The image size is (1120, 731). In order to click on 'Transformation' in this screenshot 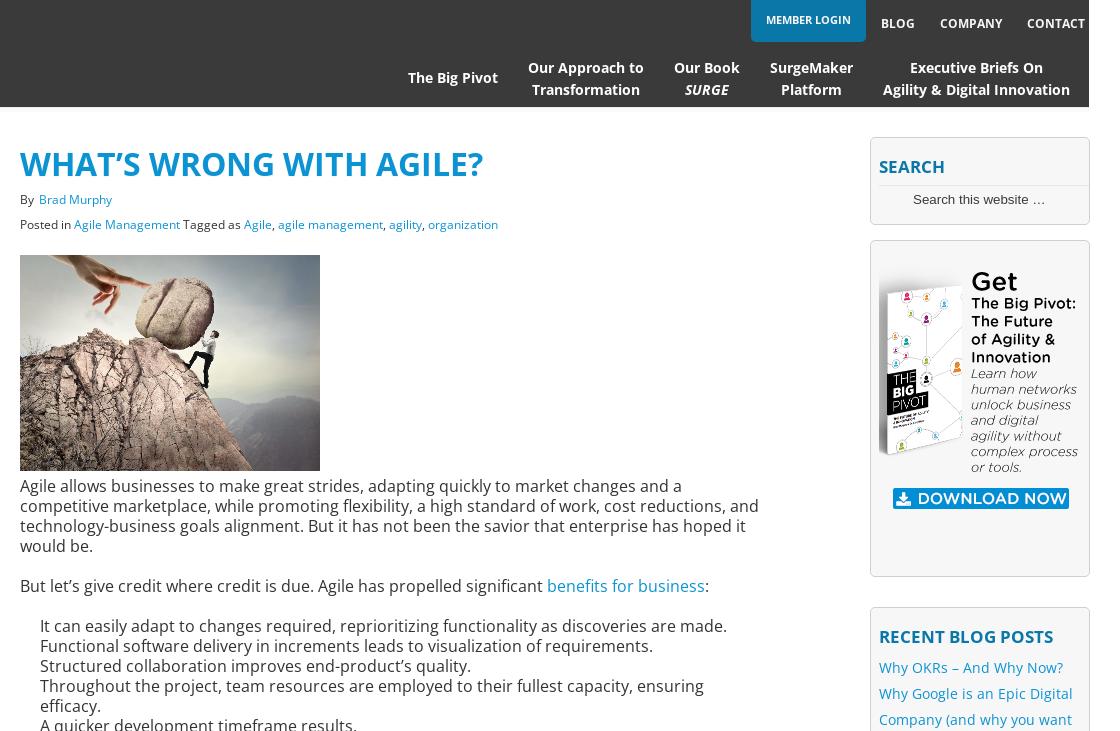, I will do `click(584, 88)`.